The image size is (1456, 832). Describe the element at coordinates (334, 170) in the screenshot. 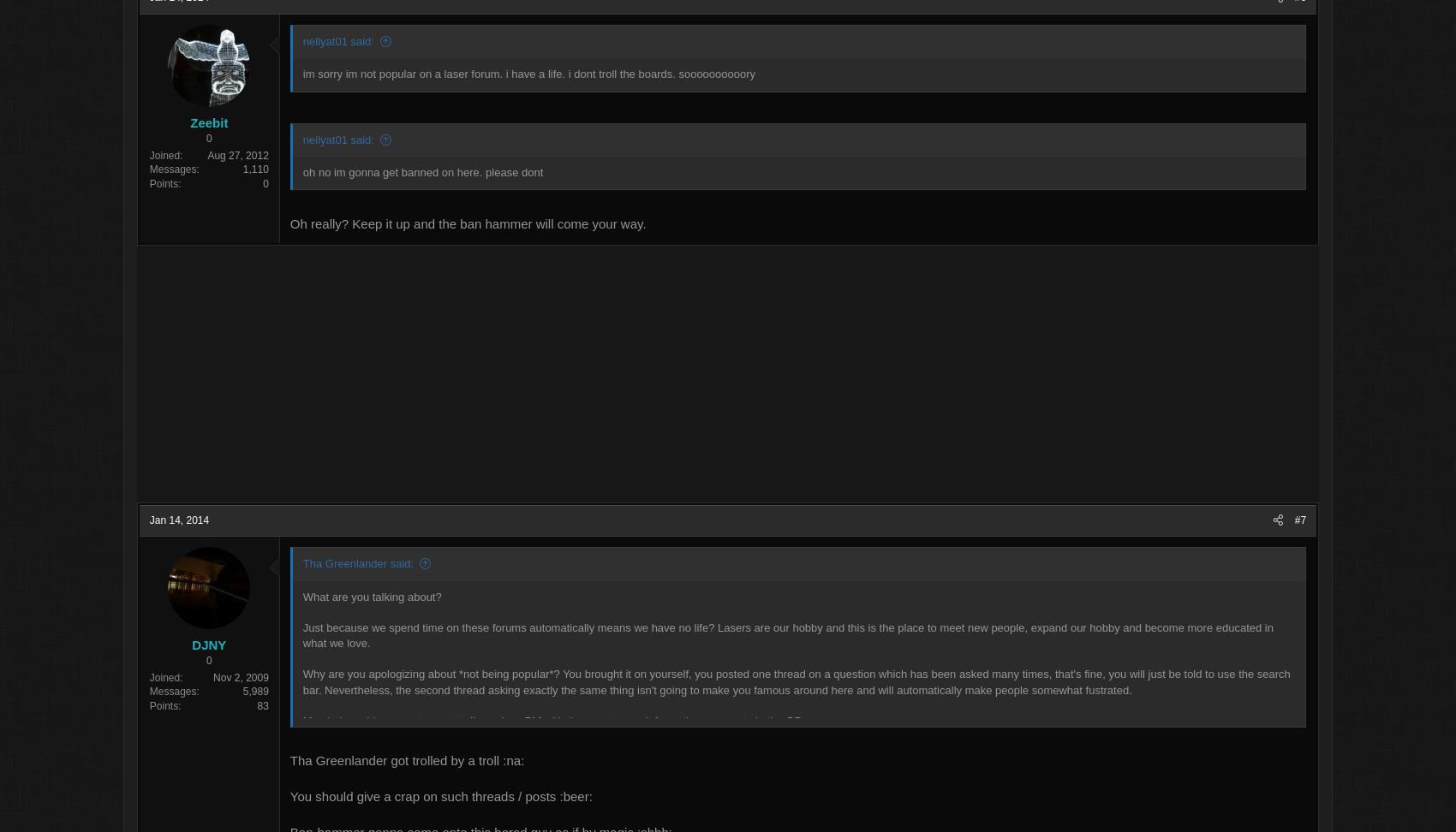

I see `'1,110'` at that location.